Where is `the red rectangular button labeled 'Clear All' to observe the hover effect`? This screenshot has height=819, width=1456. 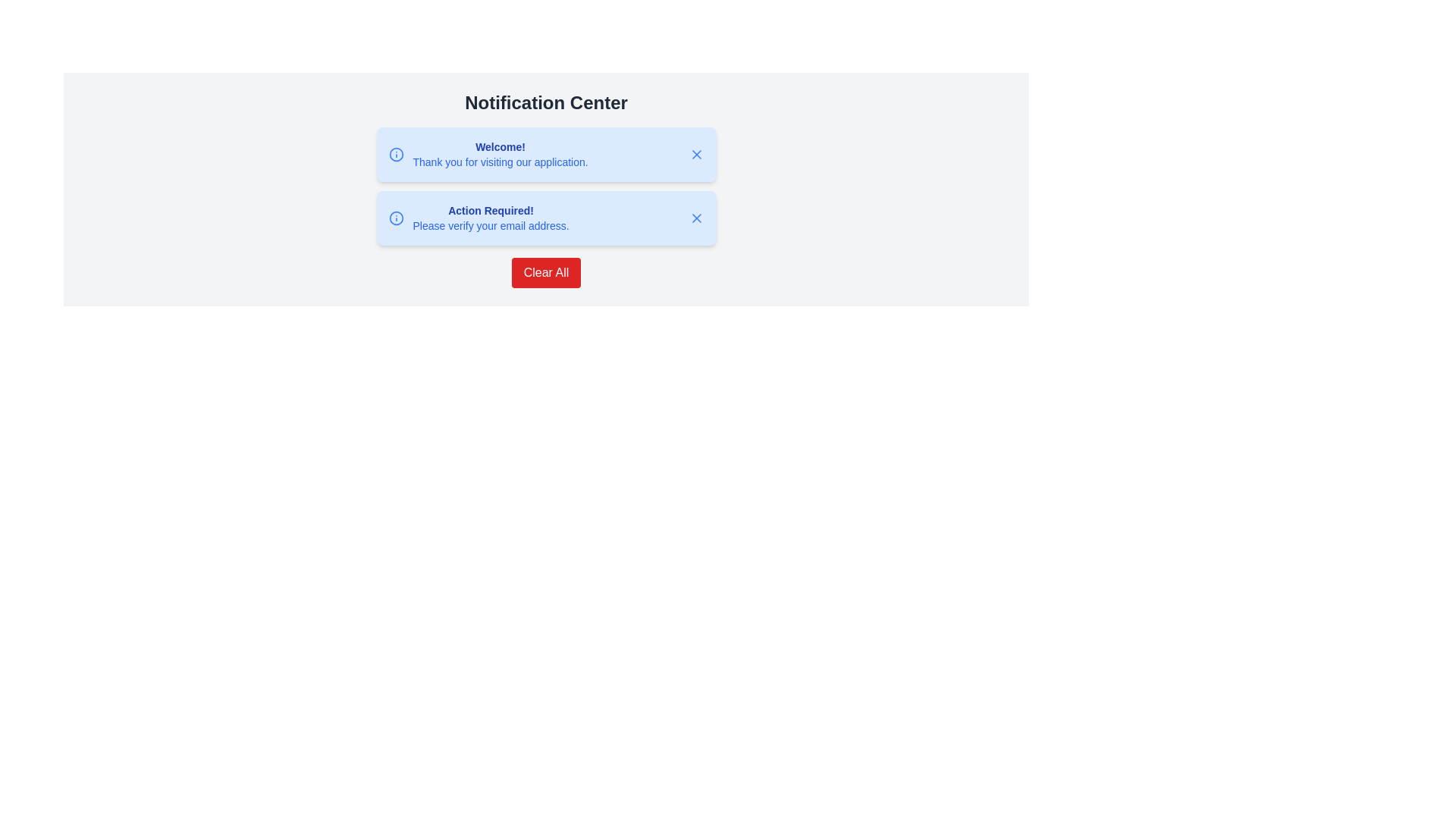 the red rectangular button labeled 'Clear All' to observe the hover effect is located at coordinates (546, 271).